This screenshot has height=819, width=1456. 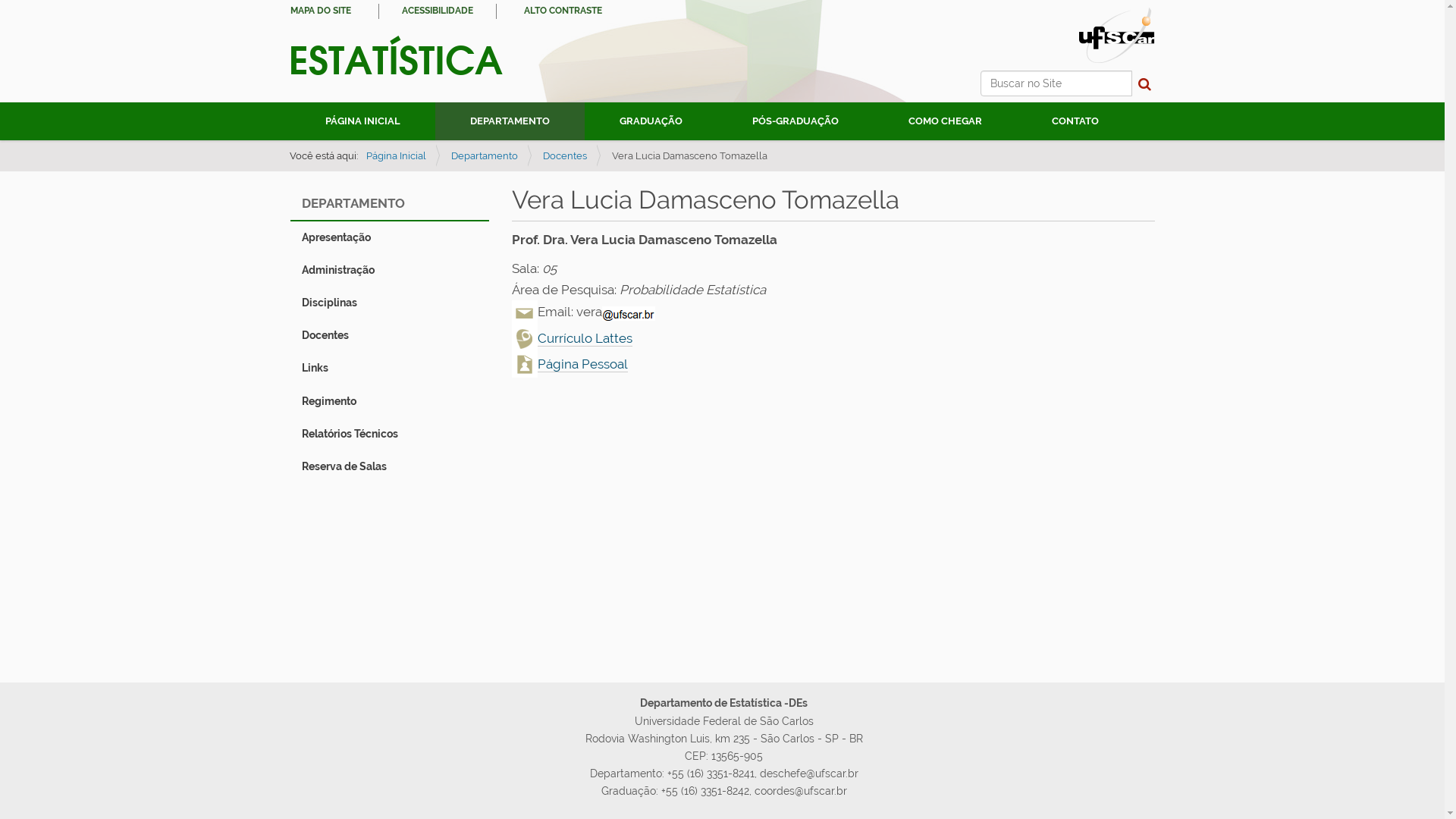 I want to click on 'Links', so click(x=314, y=368).